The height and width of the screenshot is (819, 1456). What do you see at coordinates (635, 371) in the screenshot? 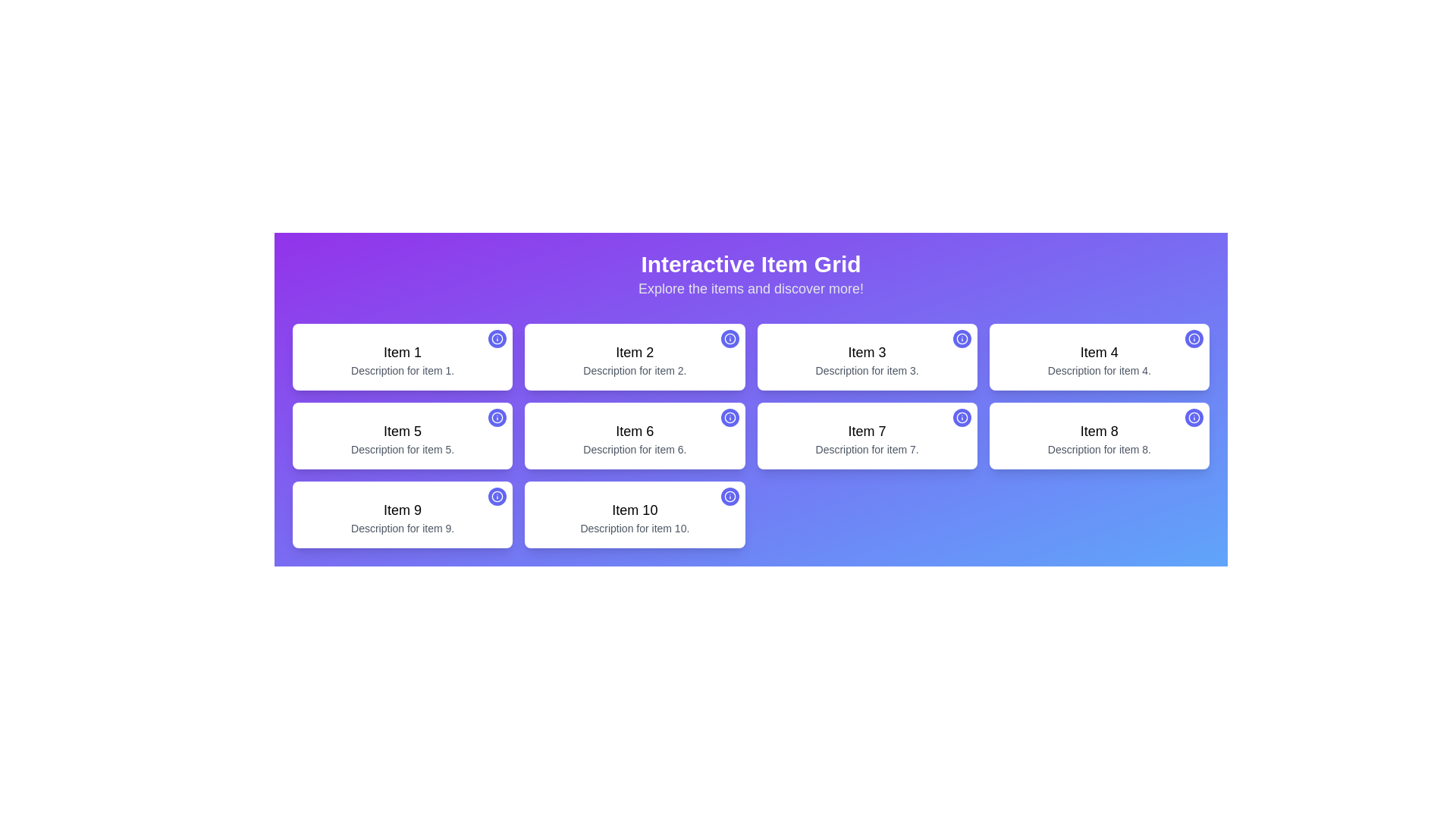
I see `the text label displaying 'Description for item 2.' which is located directly beneath the 'Item 2' label in the grid layout` at bounding box center [635, 371].